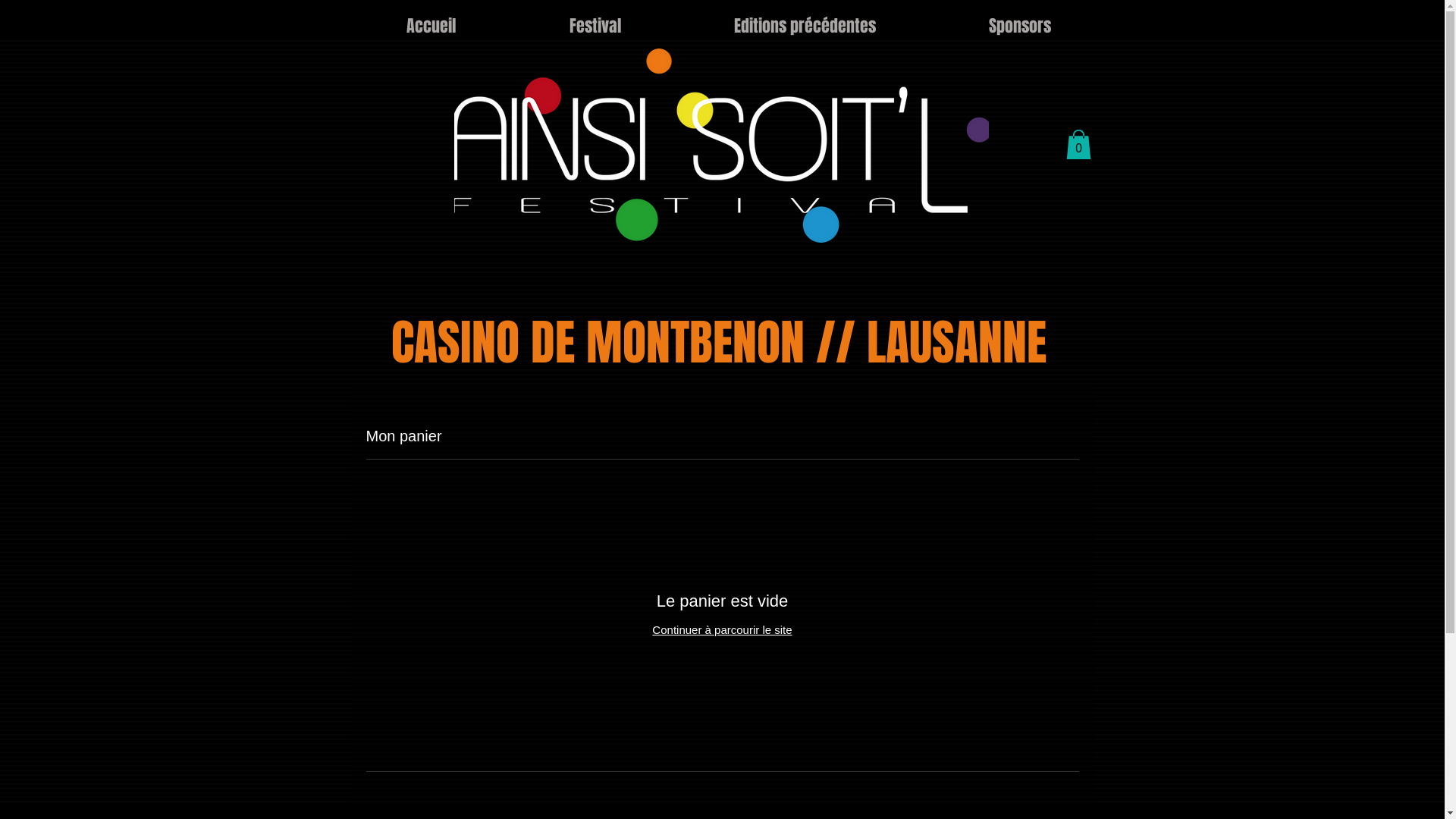 Image resolution: width=1456 pixels, height=819 pixels. Describe the element at coordinates (1020, 26) in the screenshot. I see `'Sponsors'` at that location.